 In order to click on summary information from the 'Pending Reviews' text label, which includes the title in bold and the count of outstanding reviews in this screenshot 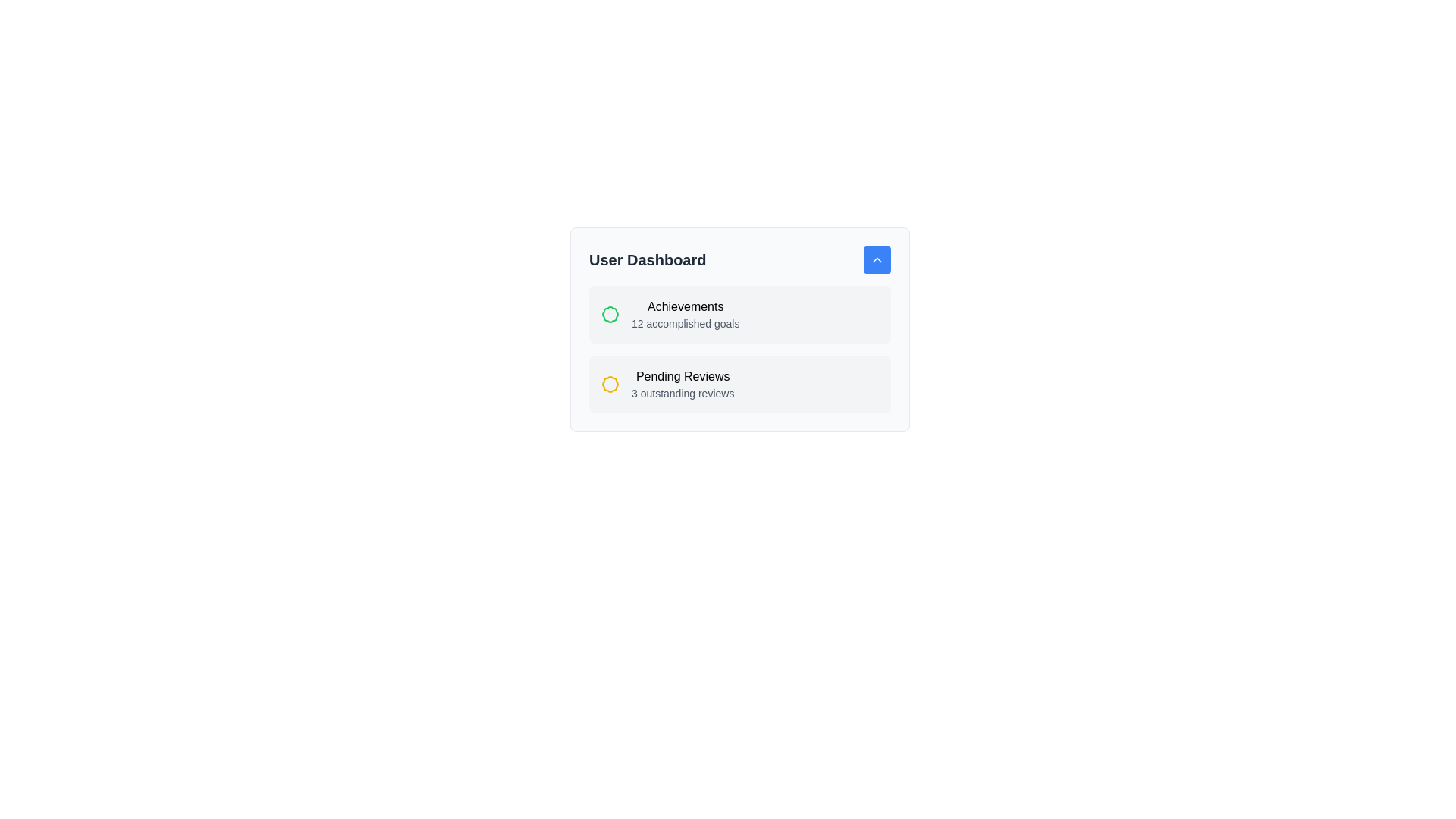, I will do `click(682, 383)`.